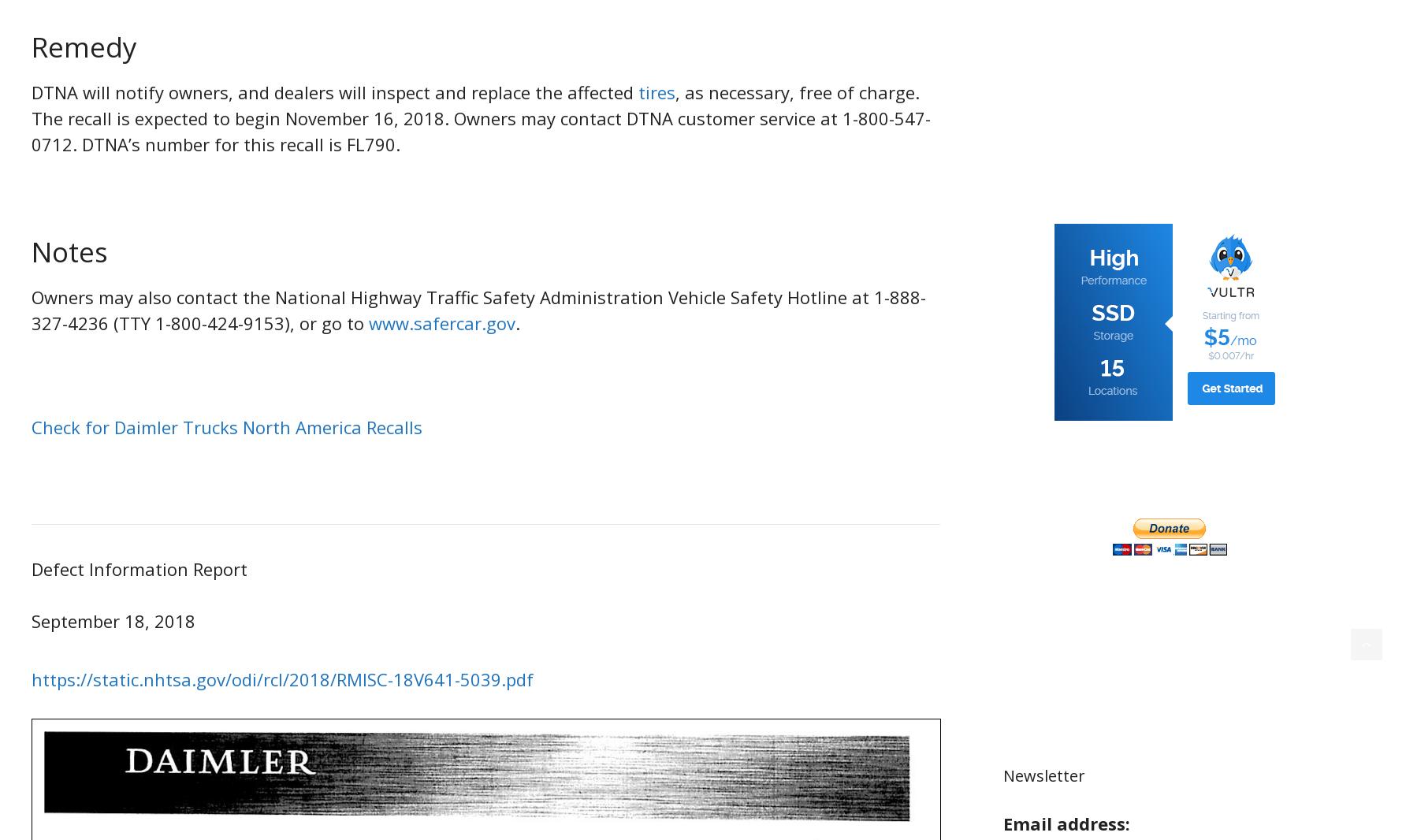  I want to click on 'Remedy', so click(31, 46).